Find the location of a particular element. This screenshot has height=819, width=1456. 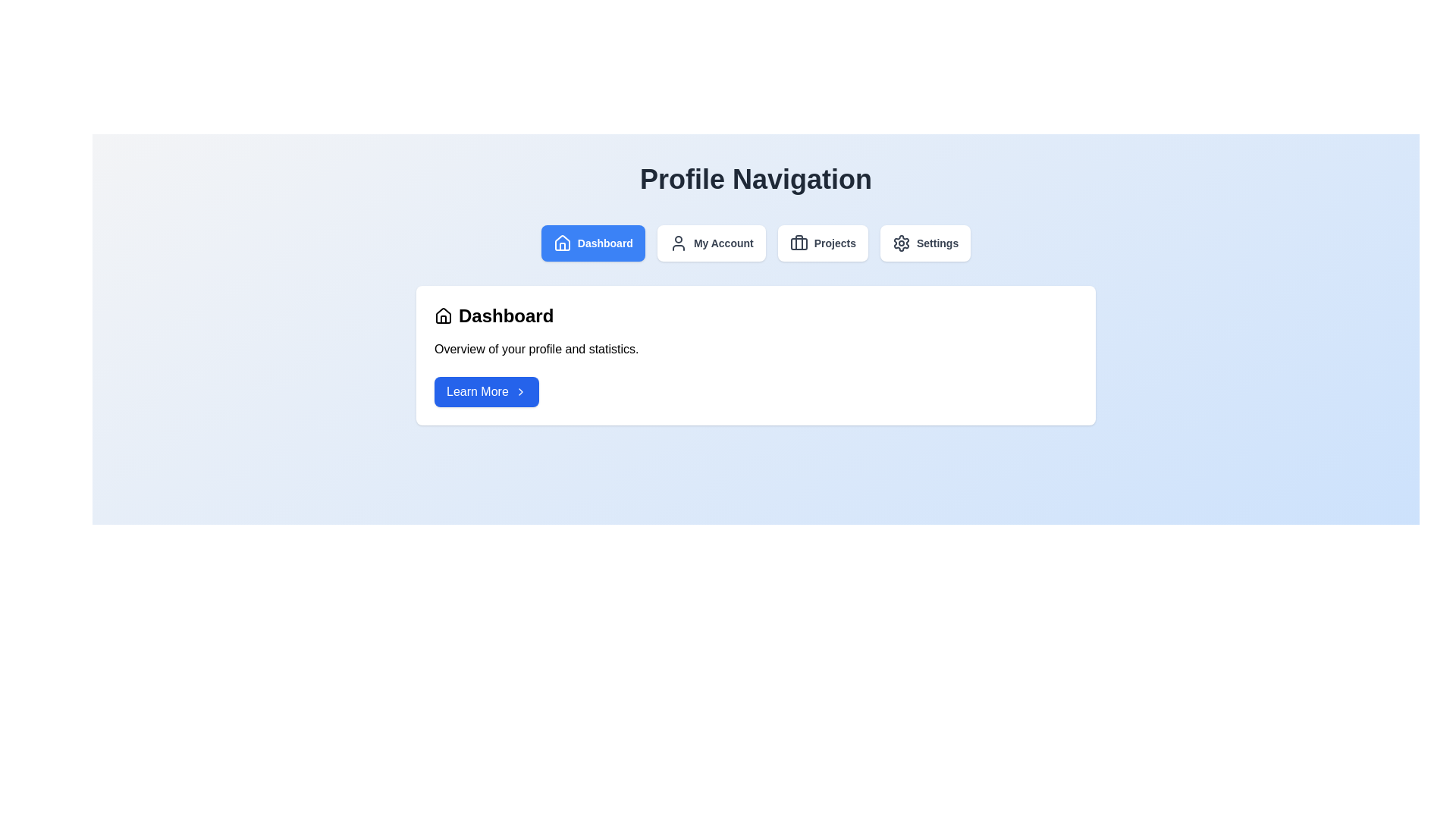

the gear icon representing settings functionalities, located within the 'Settings' button in the navigation bar is located at coordinates (902, 242).